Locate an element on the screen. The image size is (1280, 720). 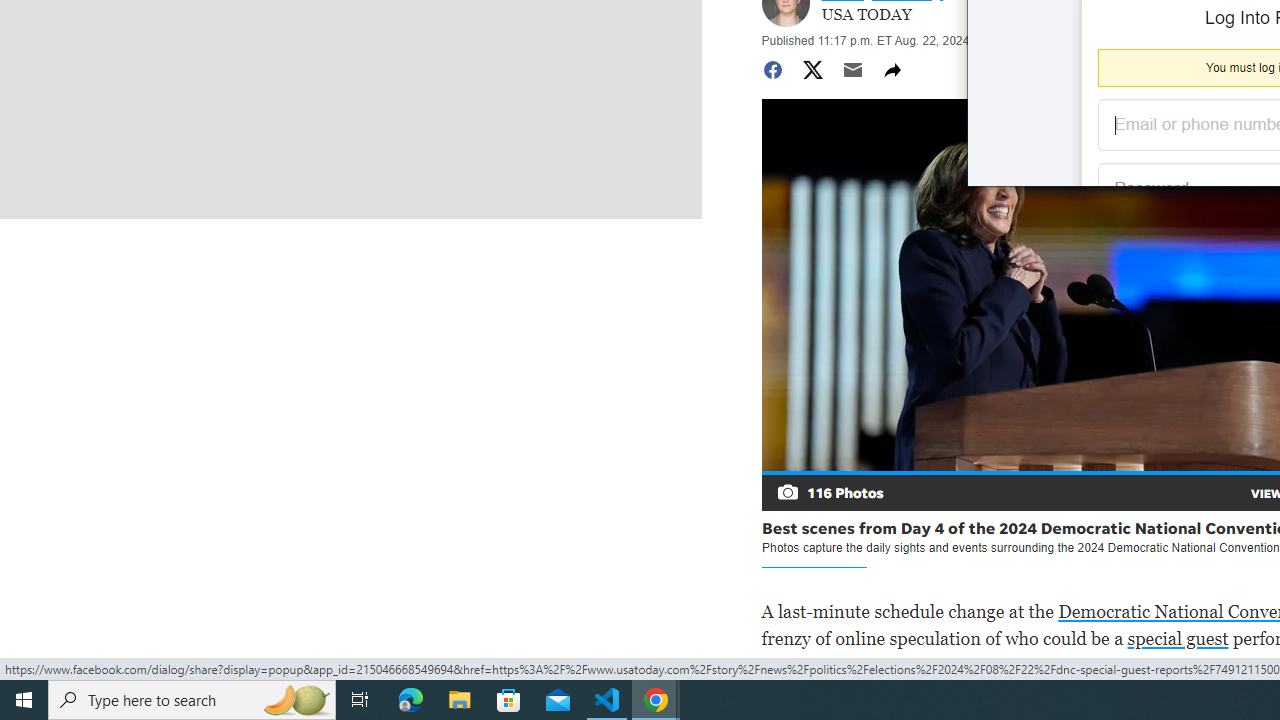
'File Explorer' is located at coordinates (459, 698).